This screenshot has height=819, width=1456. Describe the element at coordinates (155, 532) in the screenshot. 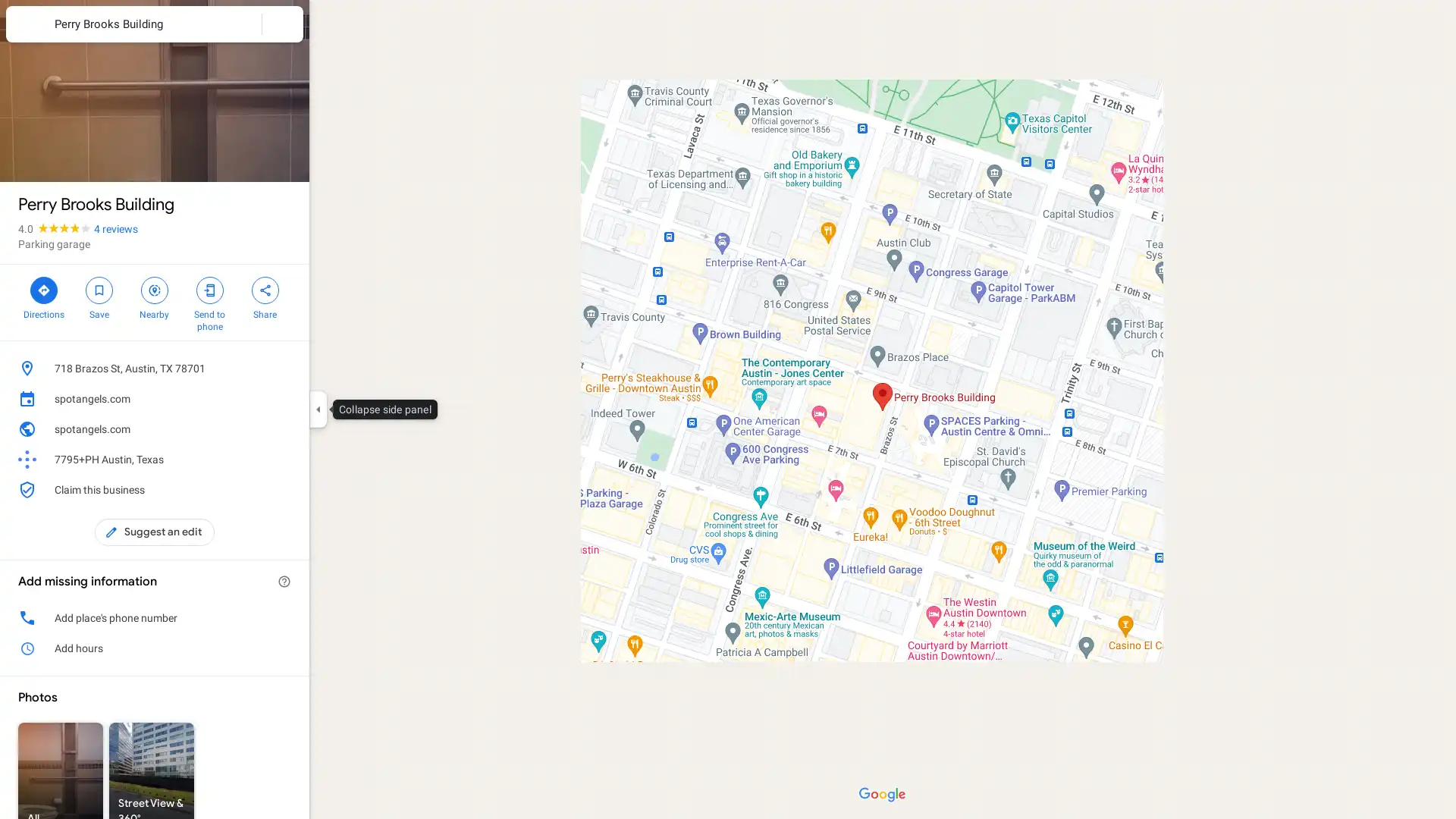

I see `Suggest an edit` at that location.